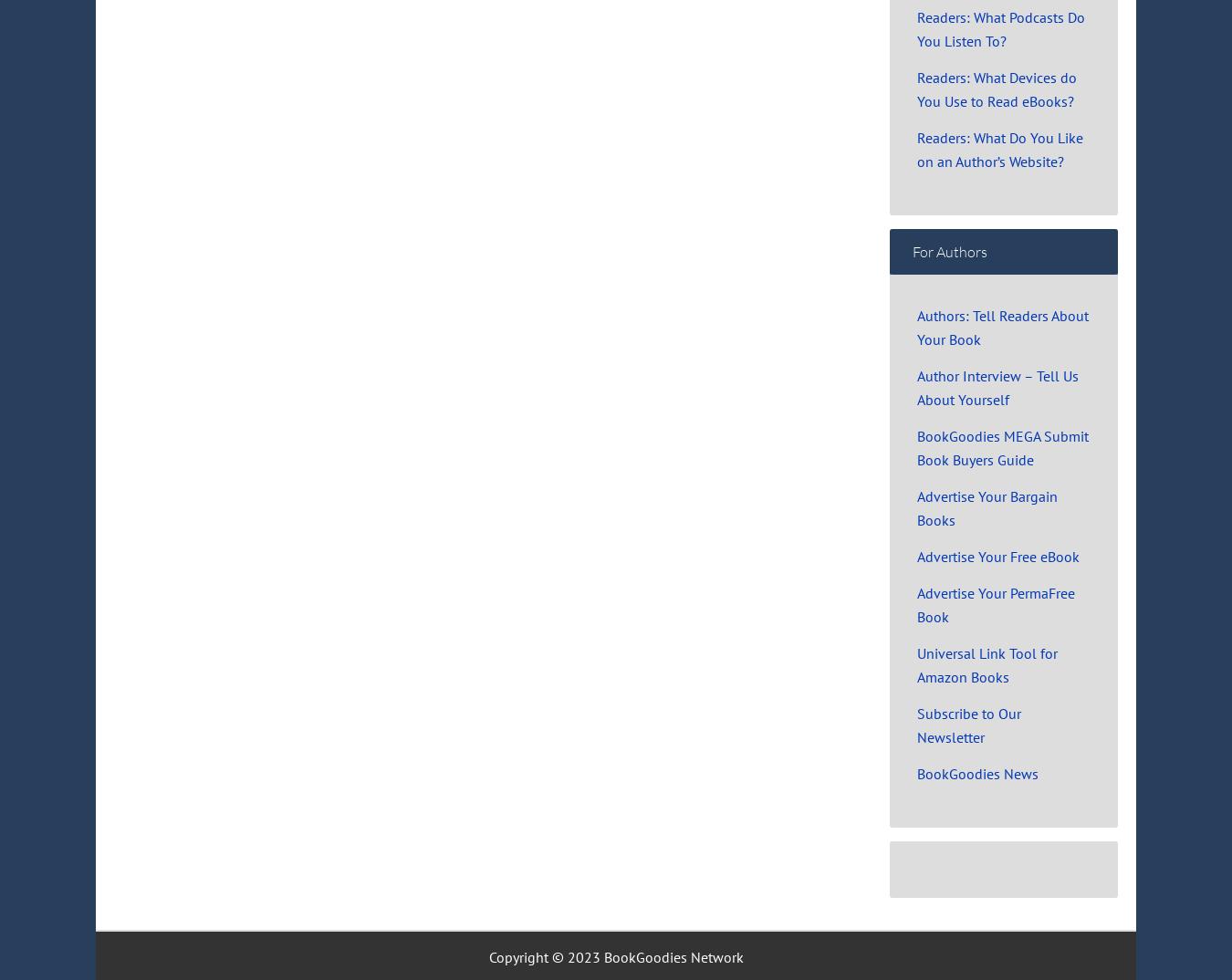 This screenshot has width=1232, height=980. What do you see at coordinates (997, 387) in the screenshot?
I see `'Author Interview – Tell Us About Yourself'` at bounding box center [997, 387].